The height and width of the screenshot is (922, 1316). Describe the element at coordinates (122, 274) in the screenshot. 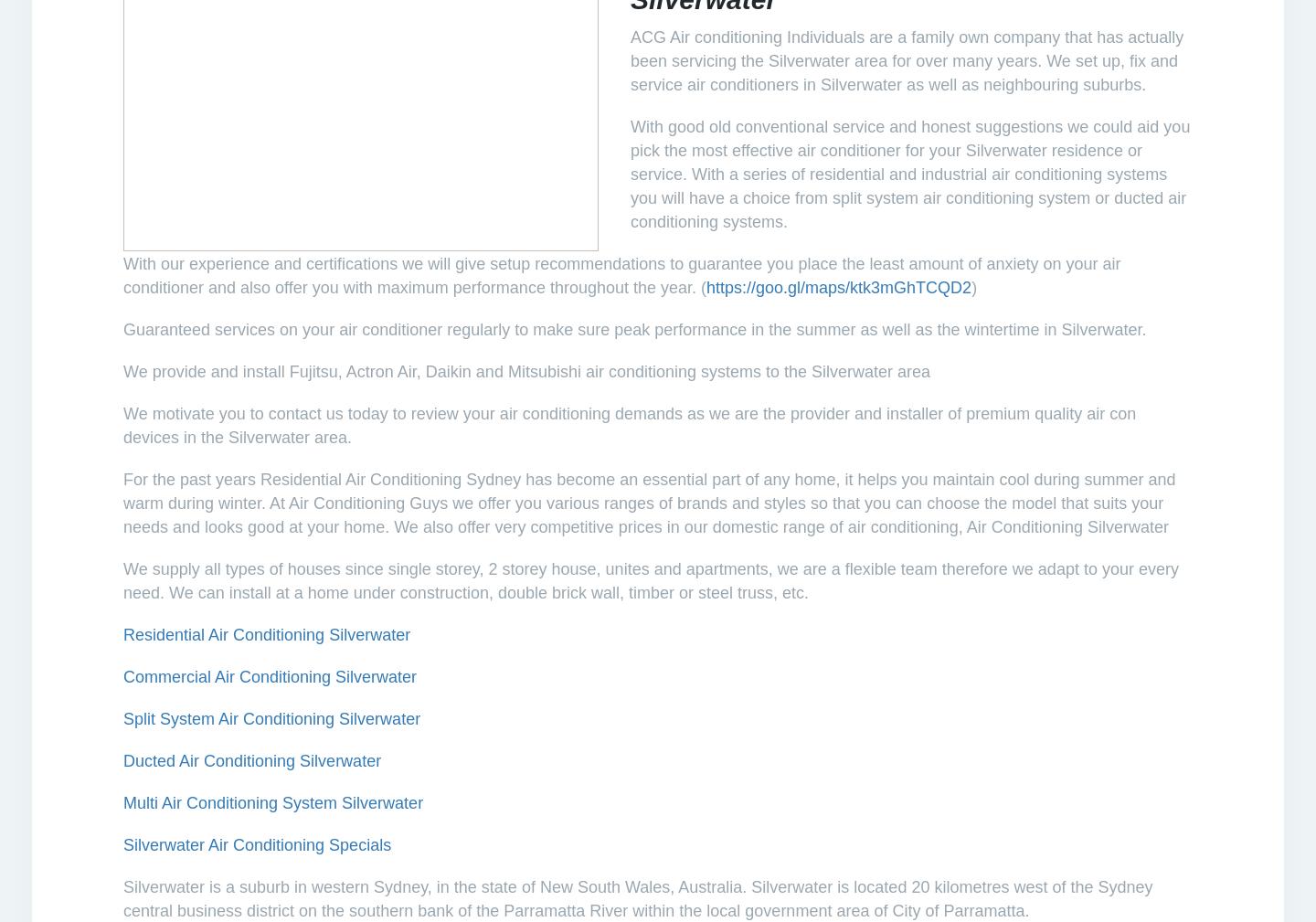

I see `'With our experience and certifications we will give setup recommendations to guarantee you place the least amount of anxiety on your air conditioner and also offer you with maximum performance throughout the year. ('` at that location.